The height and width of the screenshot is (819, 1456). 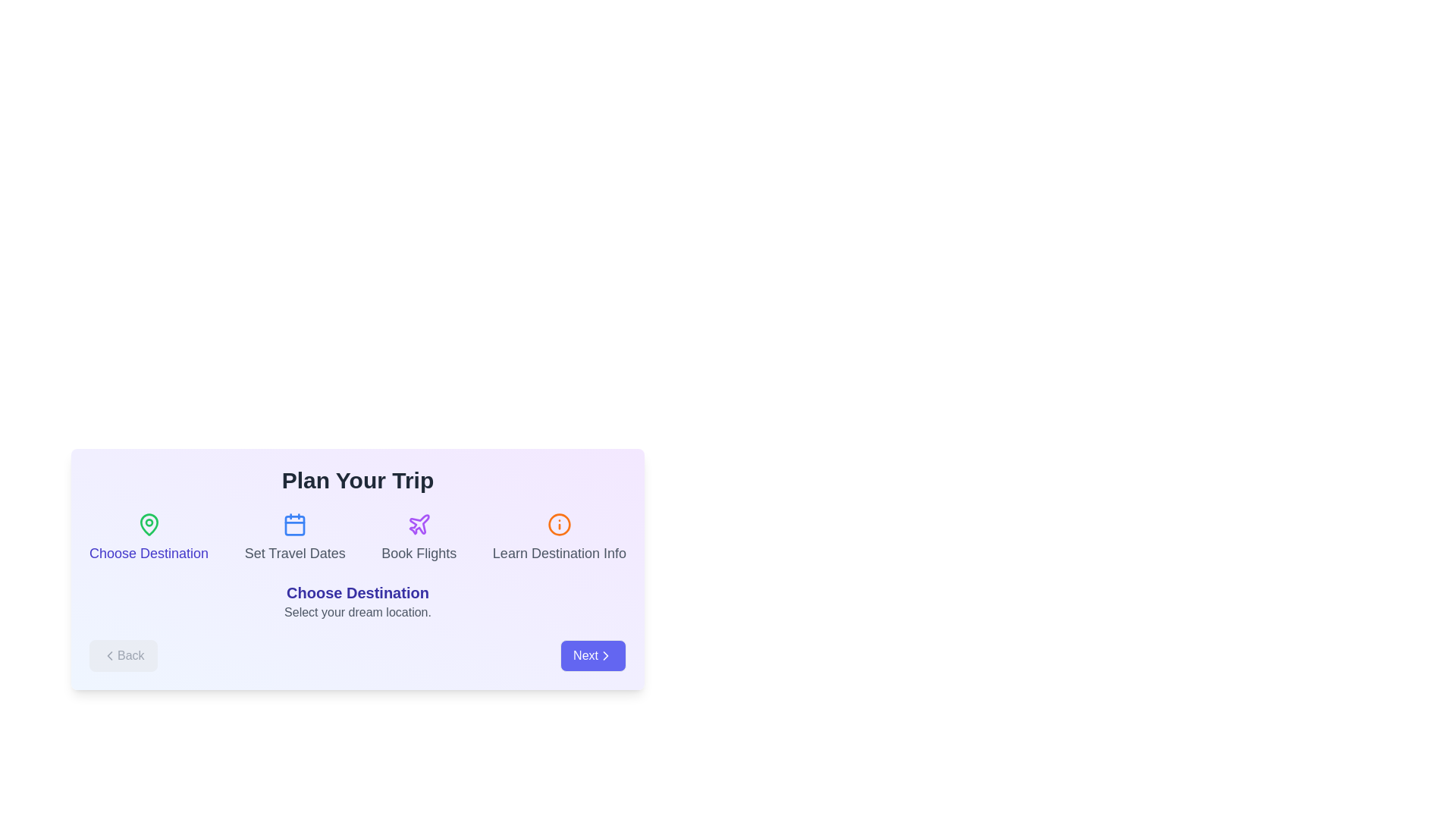 I want to click on the green location pin icon, which is the first in a row of four travel step icons, so click(x=149, y=523).